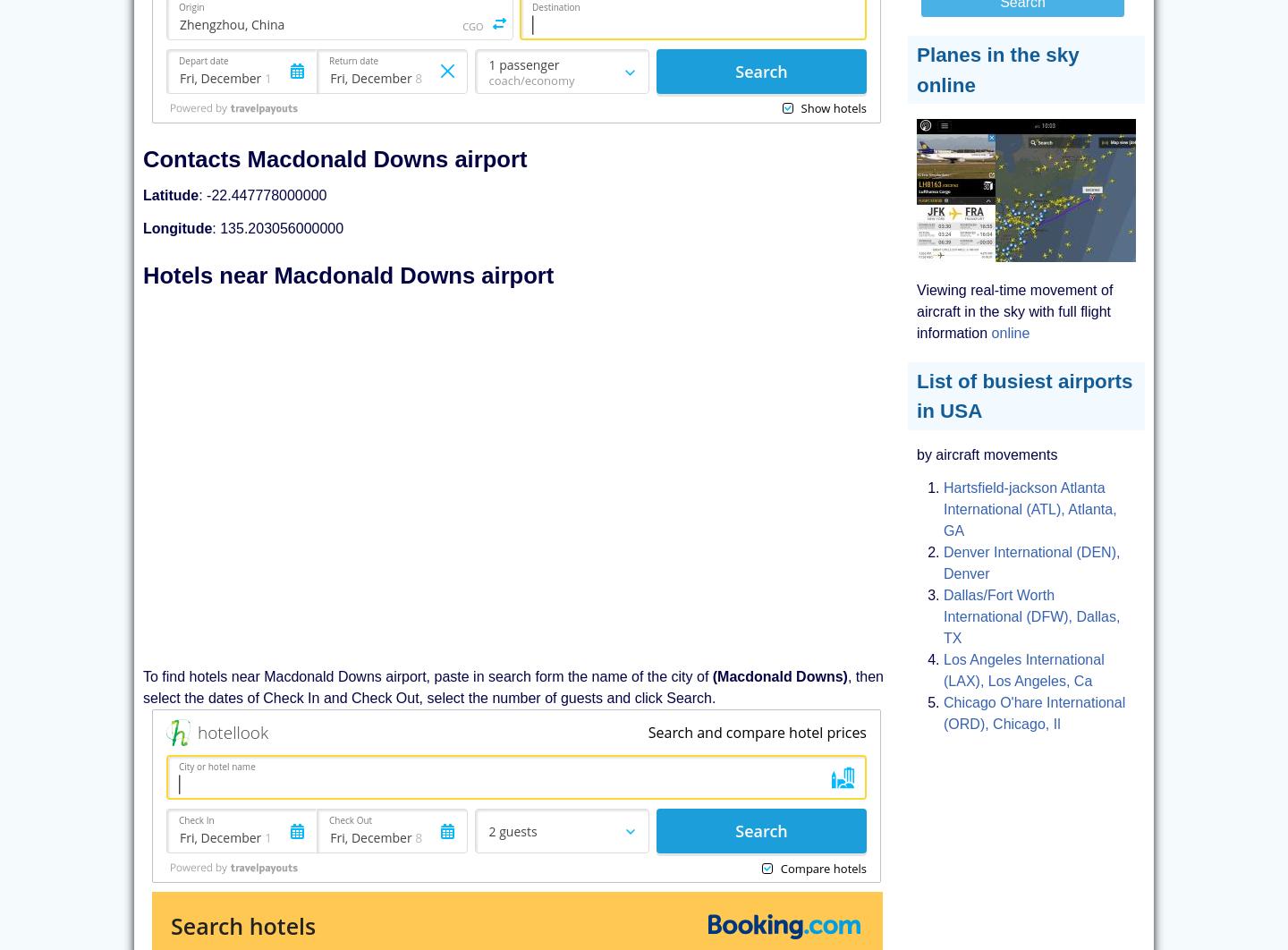  What do you see at coordinates (1009, 331) in the screenshot?
I see `'online'` at bounding box center [1009, 331].